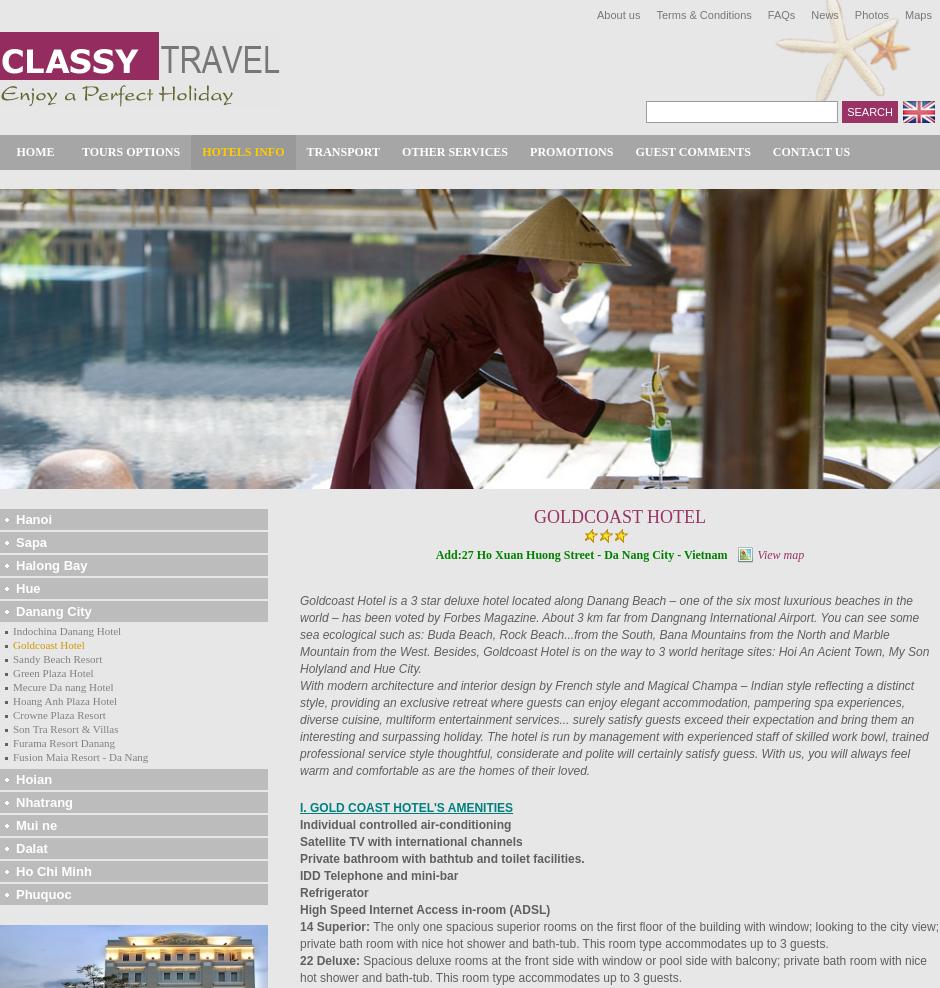 The height and width of the screenshot is (988, 940). Describe the element at coordinates (811, 150) in the screenshot. I see `'Contact Us'` at that location.